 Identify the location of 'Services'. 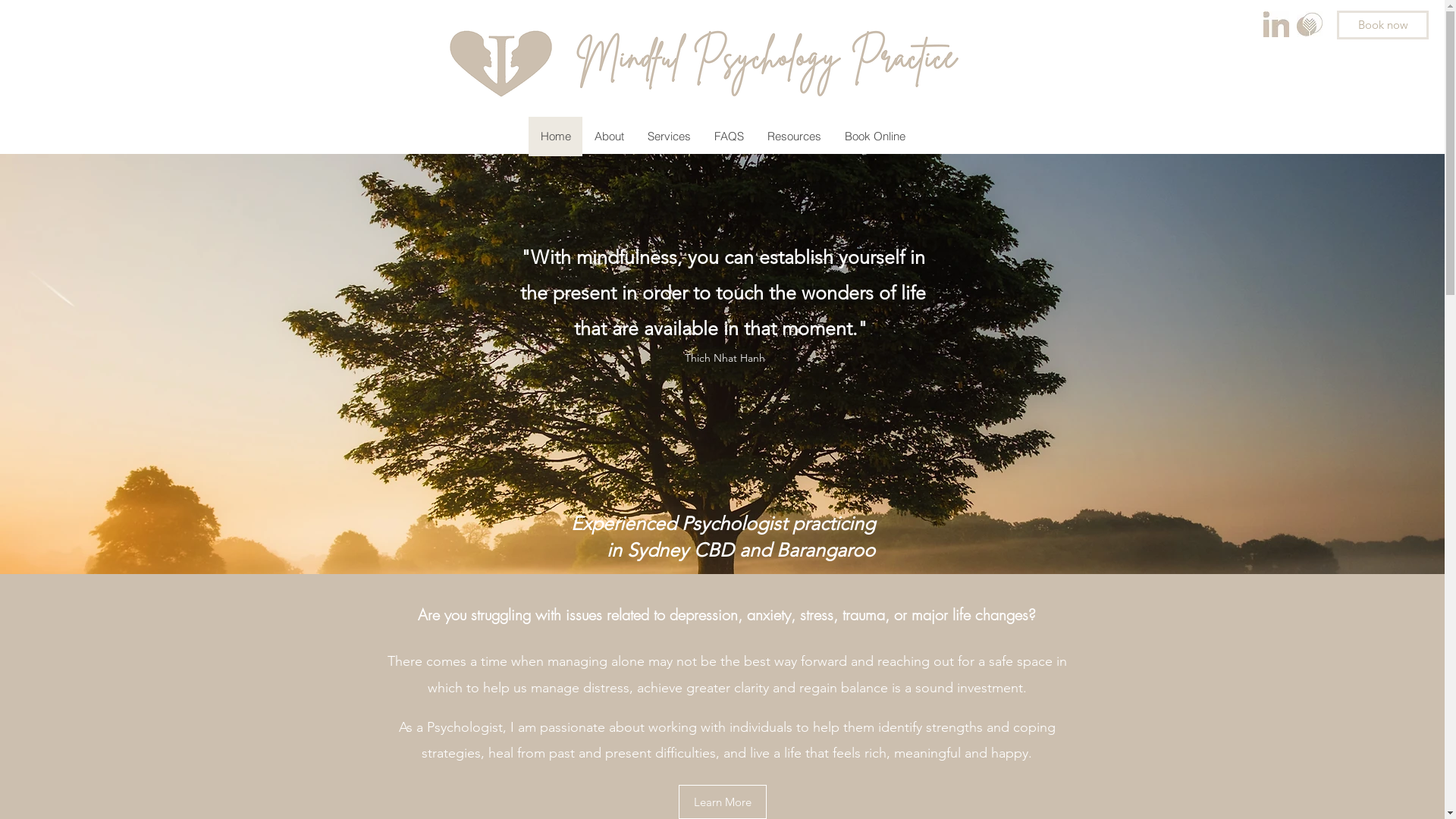
(668, 136).